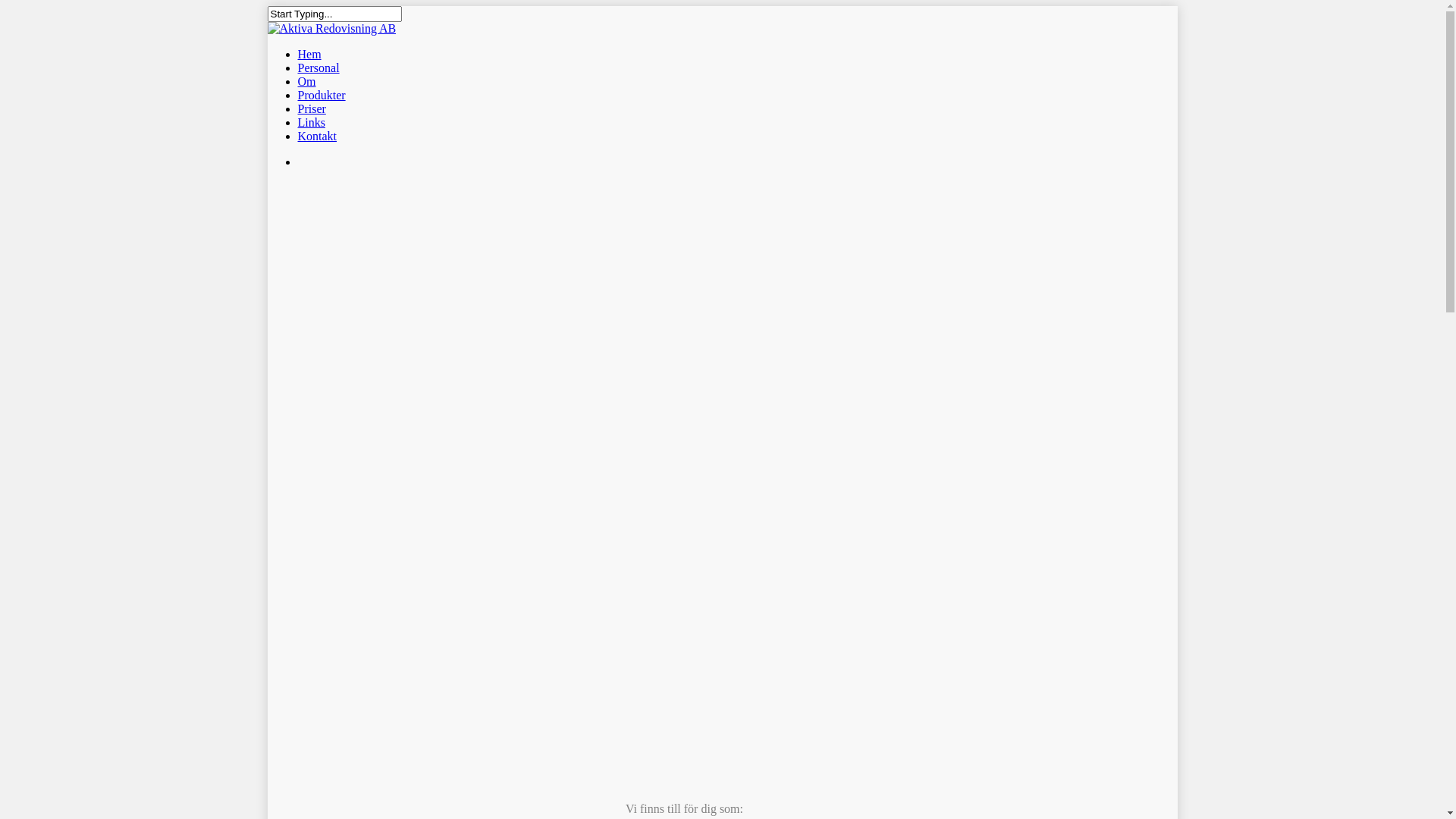 This screenshot has width=1456, height=819. What do you see at coordinates (309, 121) in the screenshot?
I see `'Links'` at bounding box center [309, 121].